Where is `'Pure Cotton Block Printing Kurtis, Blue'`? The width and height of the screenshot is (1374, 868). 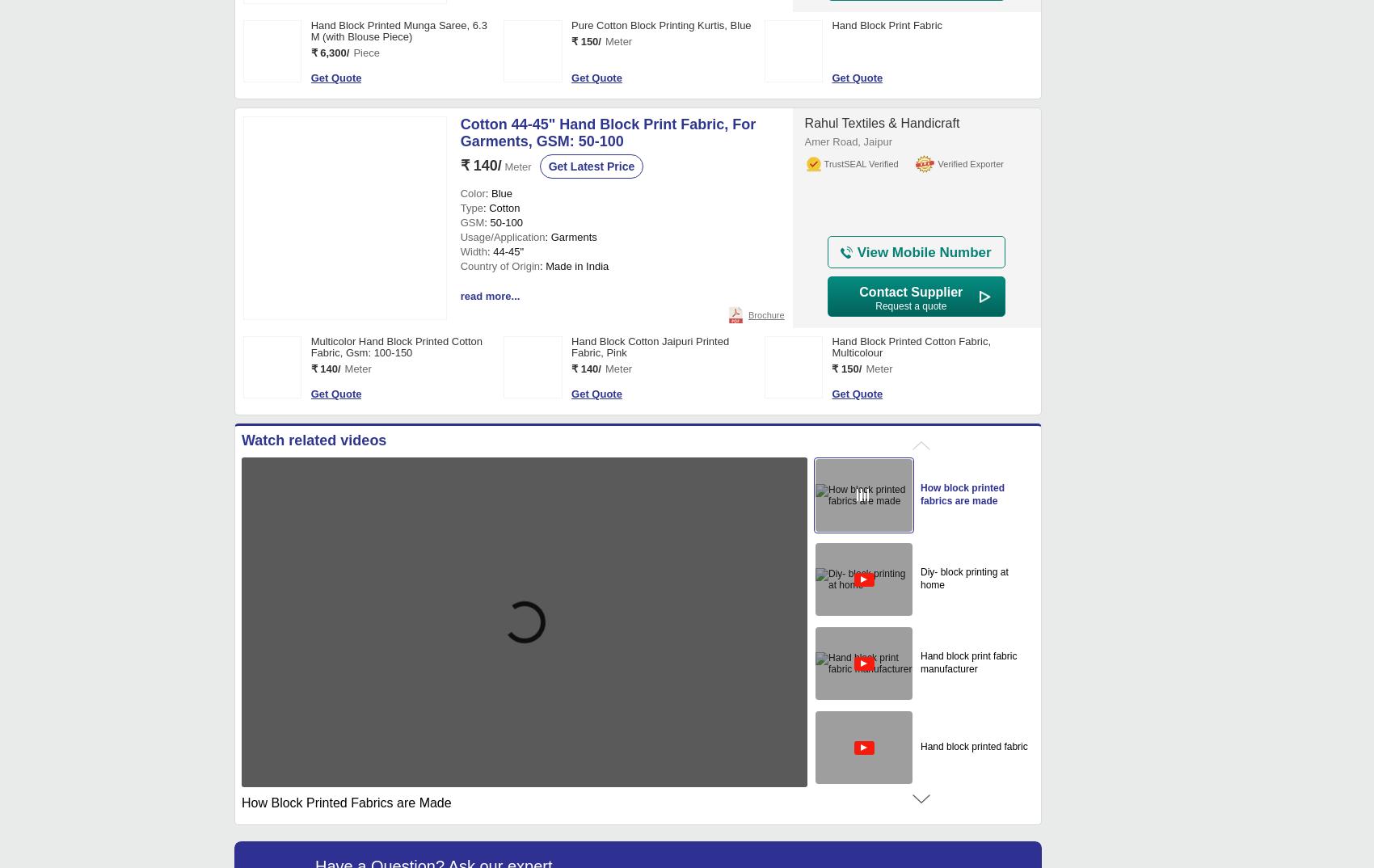
'Pure Cotton Block Printing Kurtis, Blue' is located at coordinates (660, 24).